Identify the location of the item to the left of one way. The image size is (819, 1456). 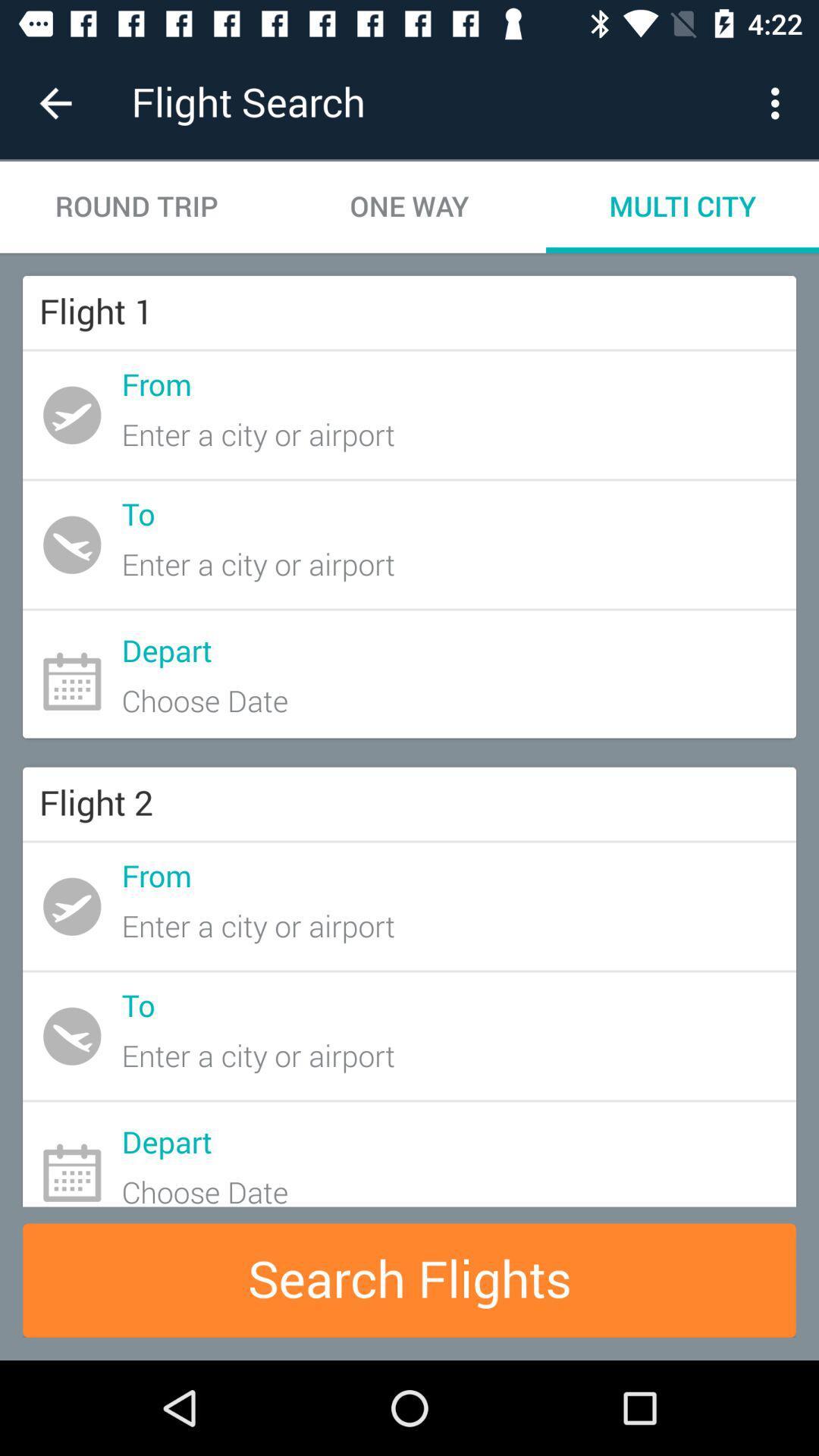
(136, 206).